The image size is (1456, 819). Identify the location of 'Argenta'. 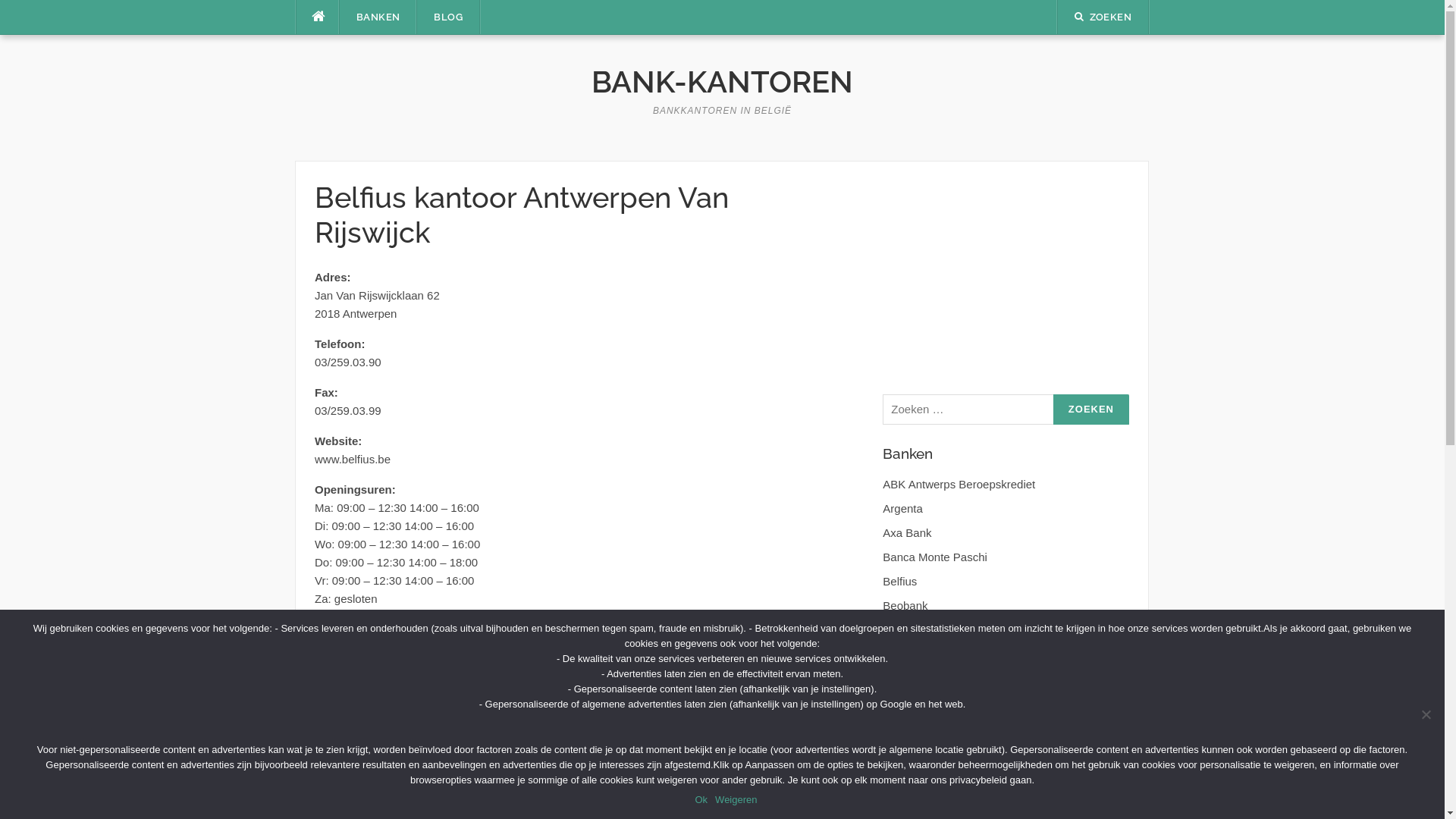
(902, 508).